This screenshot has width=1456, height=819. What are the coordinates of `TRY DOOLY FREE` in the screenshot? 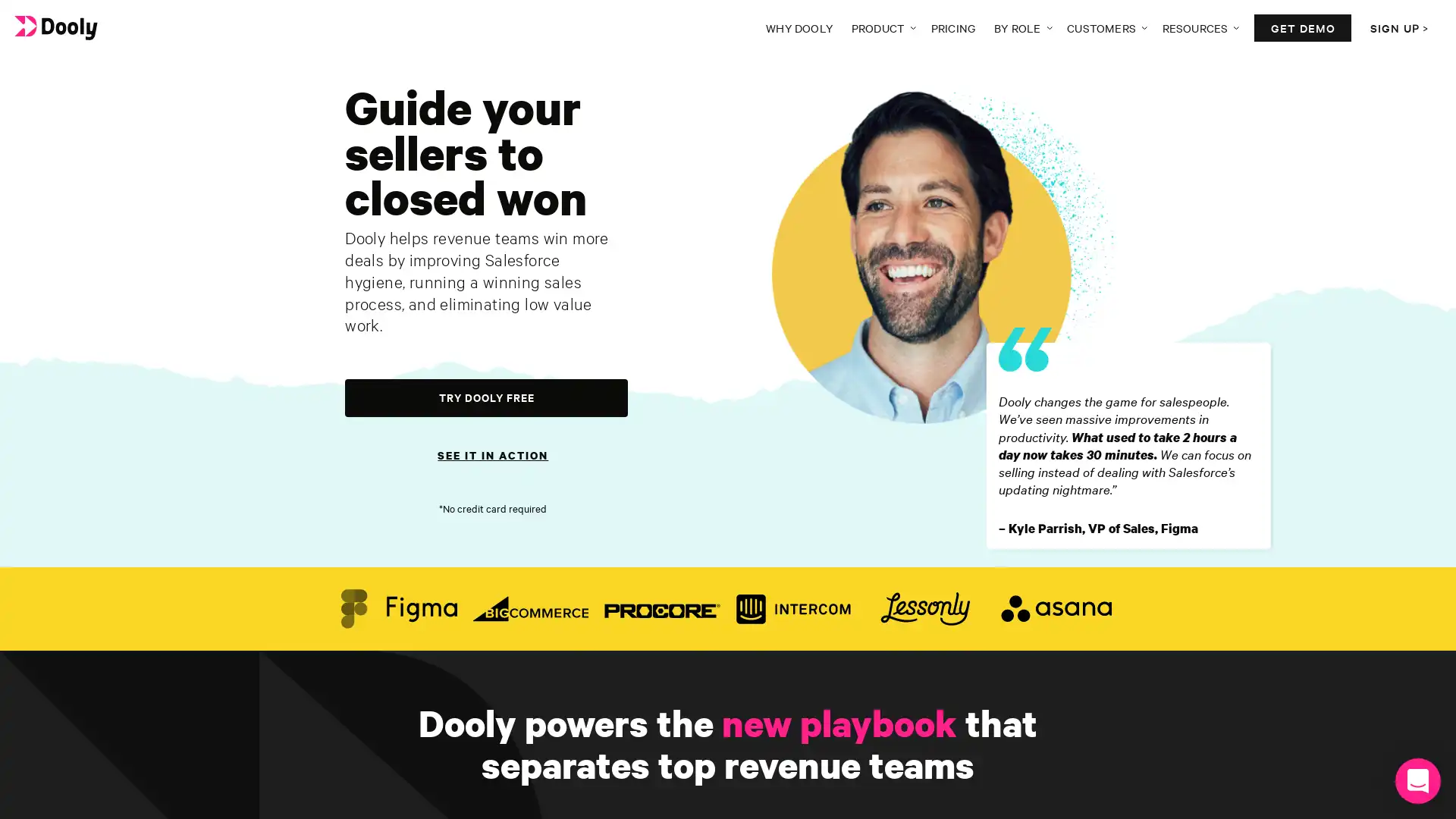 It's located at (486, 397).